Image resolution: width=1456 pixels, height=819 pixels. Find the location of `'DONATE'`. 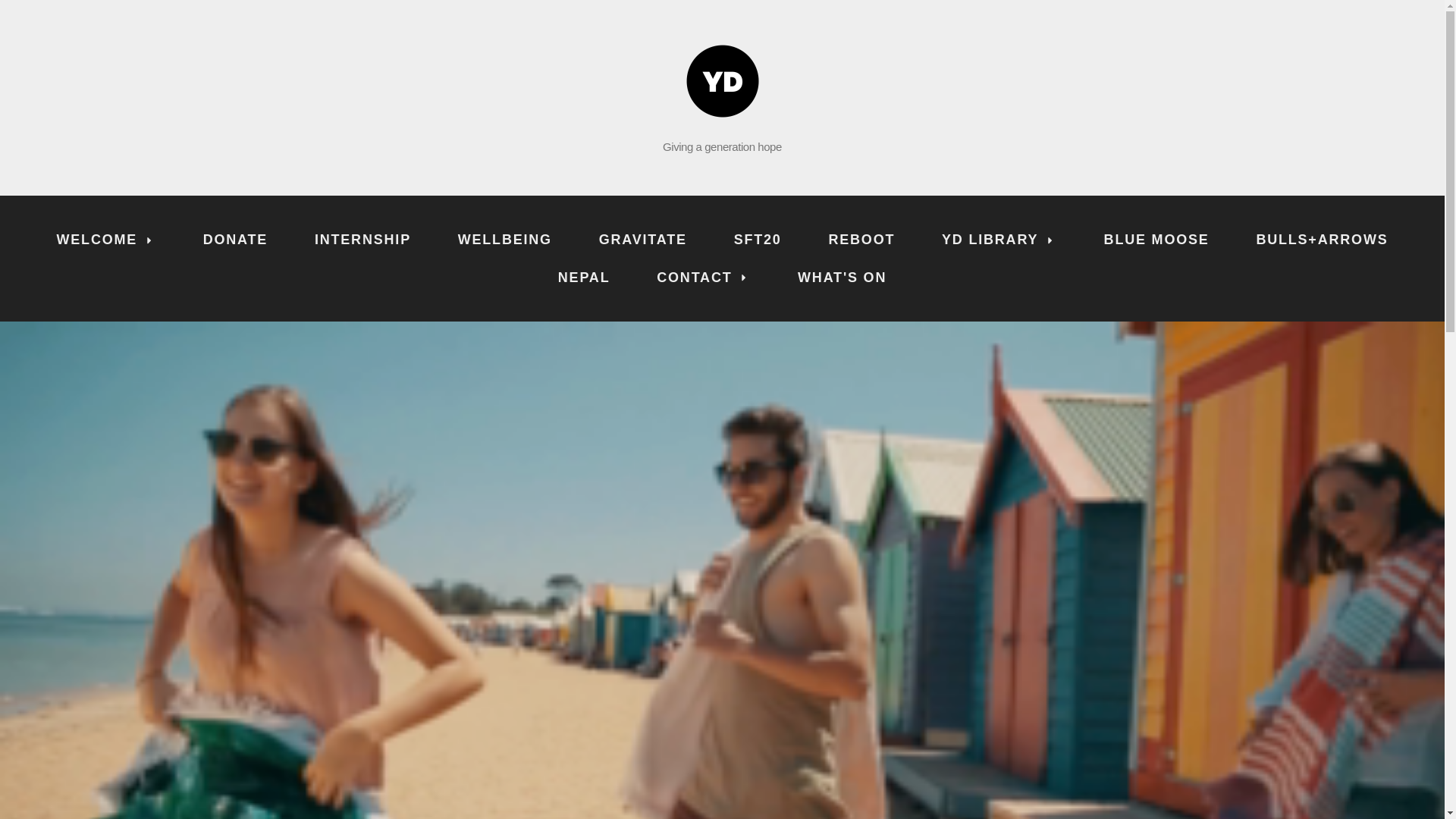

'DONATE' is located at coordinates (181, 239).